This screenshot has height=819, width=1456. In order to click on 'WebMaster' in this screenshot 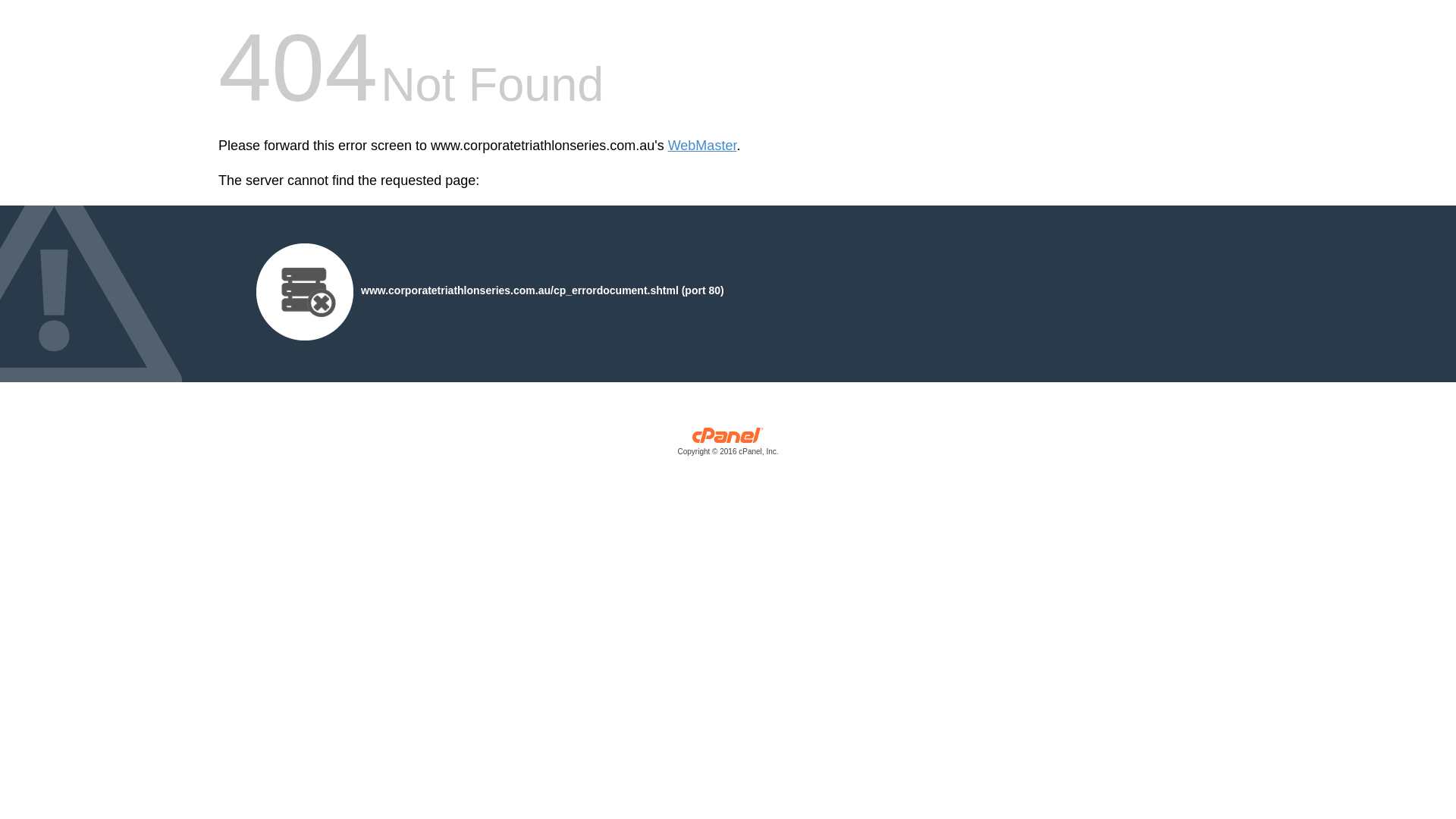, I will do `click(701, 146)`.